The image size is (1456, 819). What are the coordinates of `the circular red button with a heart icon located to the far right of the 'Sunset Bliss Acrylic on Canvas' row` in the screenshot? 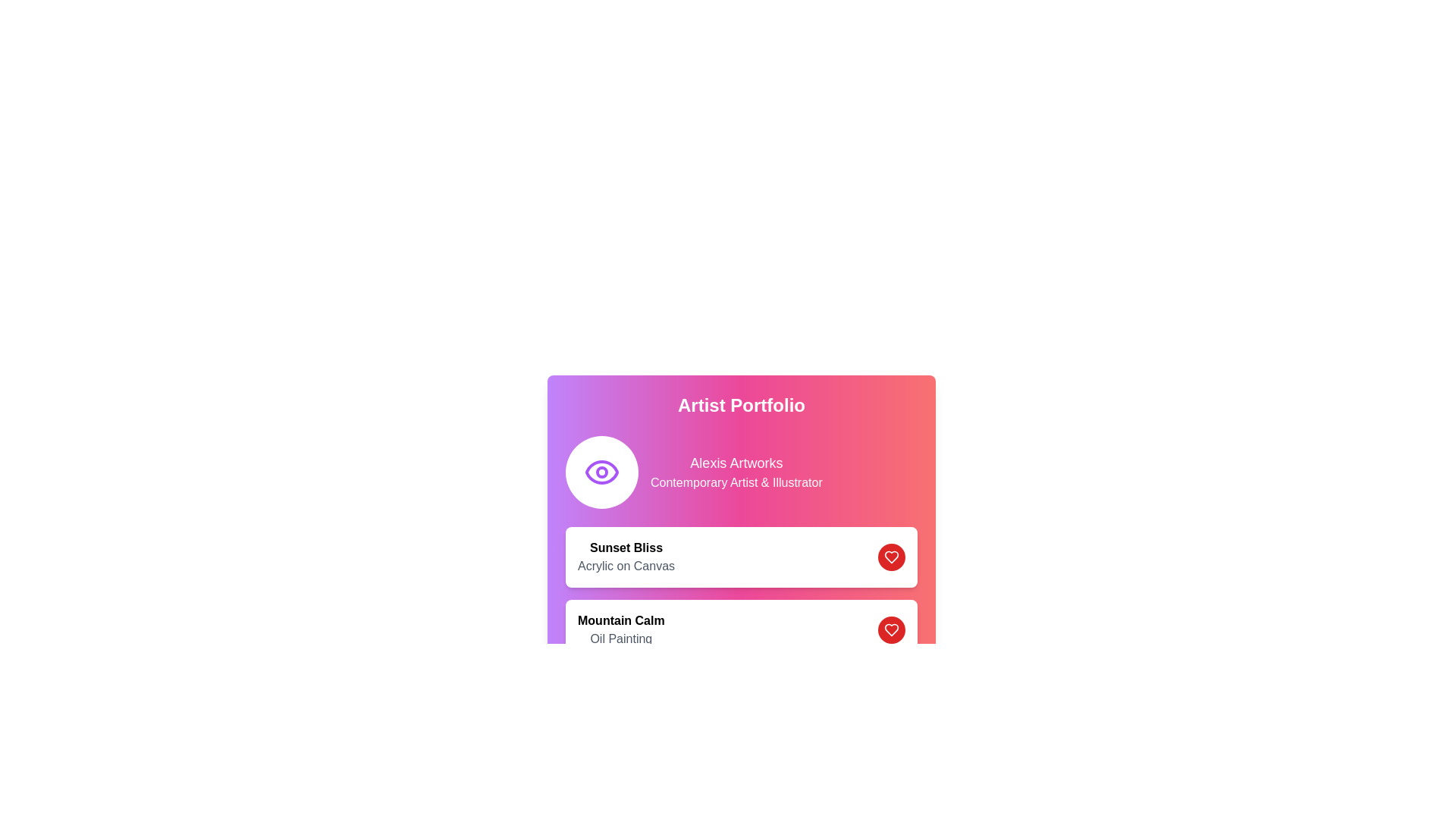 It's located at (892, 557).